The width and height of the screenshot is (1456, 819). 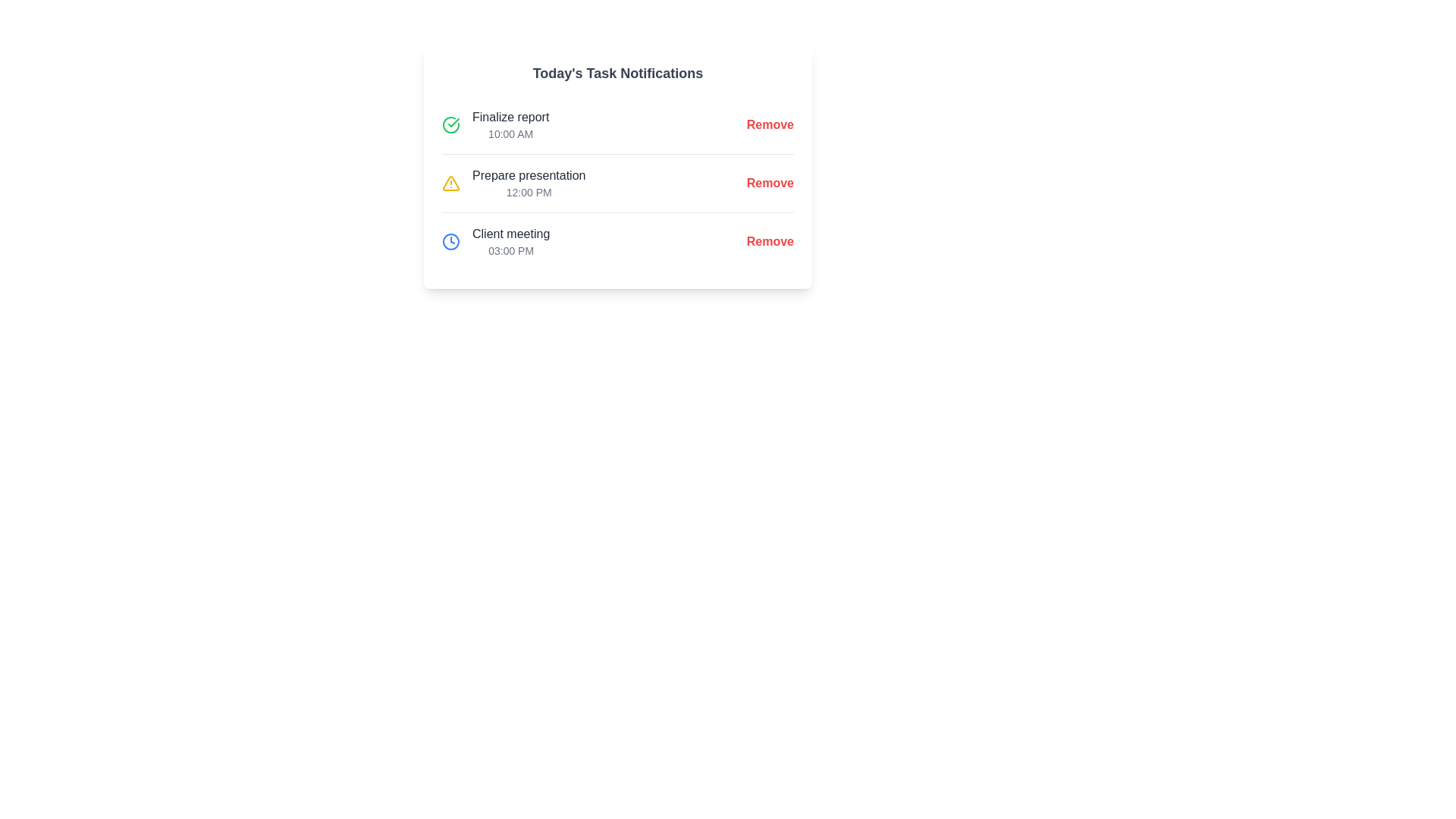 I want to click on the green circular icon with a checkmark inside, located to the left of the text 'Finalize report' in the 'Today's Task Notifications' section, so click(x=450, y=124).